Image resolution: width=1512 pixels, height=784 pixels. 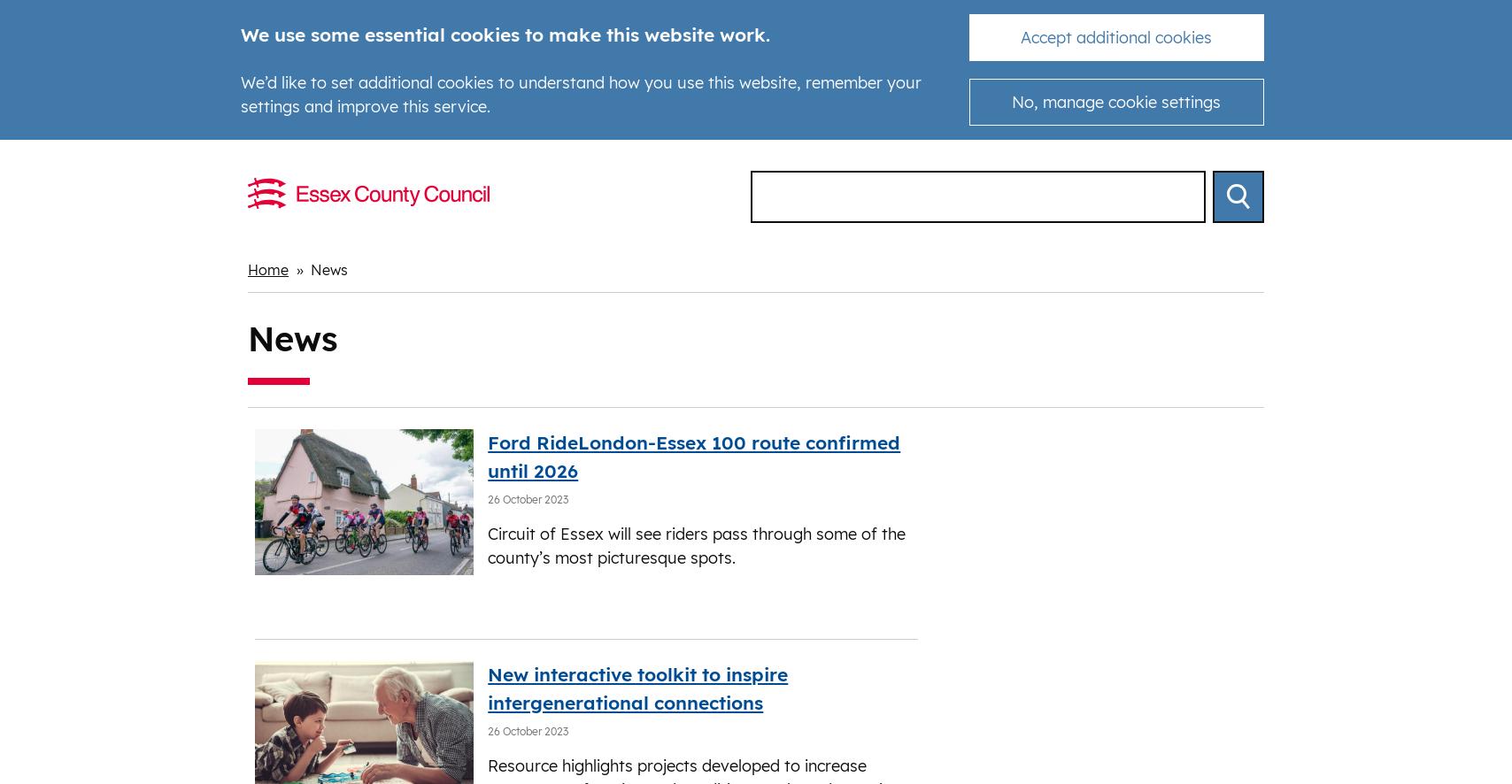 I want to click on 'Ford RideLondon-Essex 100 route confirmed until 2026', so click(x=693, y=455).